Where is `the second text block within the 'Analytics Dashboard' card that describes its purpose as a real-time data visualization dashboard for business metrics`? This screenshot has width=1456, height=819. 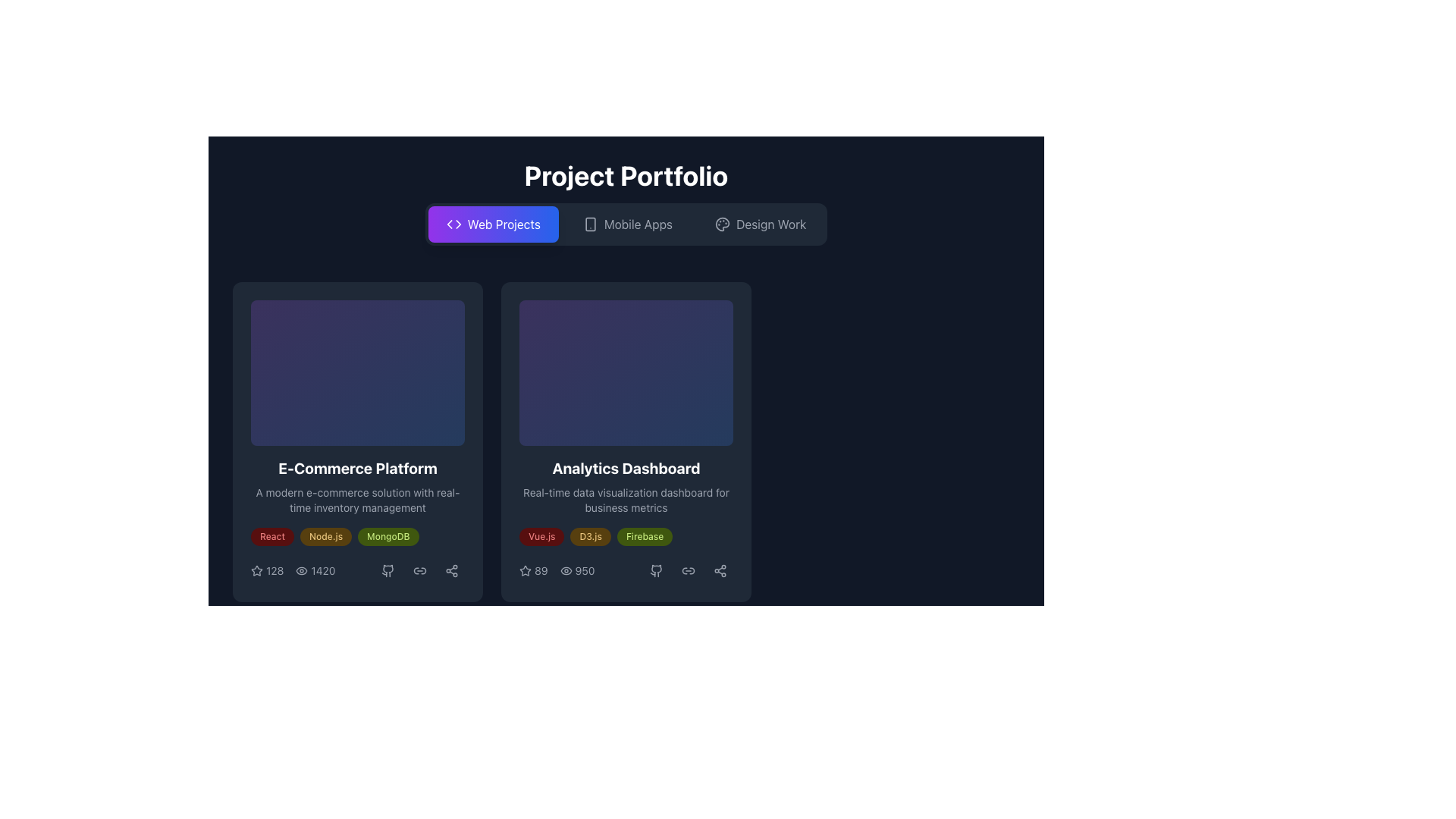 the second text block within the 'Analytics Dashboard' card that describes its purpose as a real-time data visualization dashboard for business metrics is located at coordinates (626, 500).